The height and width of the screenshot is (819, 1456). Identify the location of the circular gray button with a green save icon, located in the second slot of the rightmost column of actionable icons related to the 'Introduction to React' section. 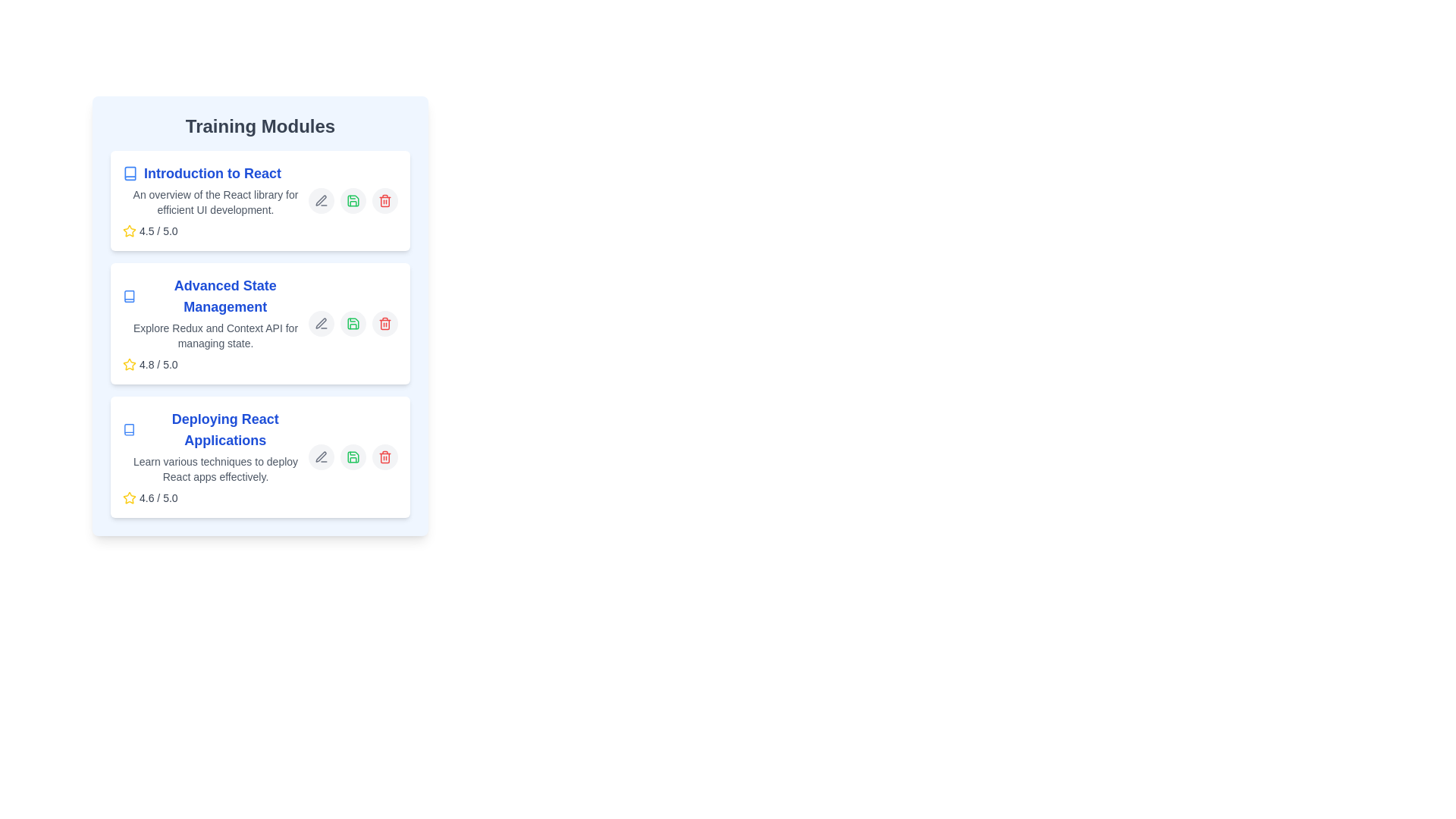
(352, 200).